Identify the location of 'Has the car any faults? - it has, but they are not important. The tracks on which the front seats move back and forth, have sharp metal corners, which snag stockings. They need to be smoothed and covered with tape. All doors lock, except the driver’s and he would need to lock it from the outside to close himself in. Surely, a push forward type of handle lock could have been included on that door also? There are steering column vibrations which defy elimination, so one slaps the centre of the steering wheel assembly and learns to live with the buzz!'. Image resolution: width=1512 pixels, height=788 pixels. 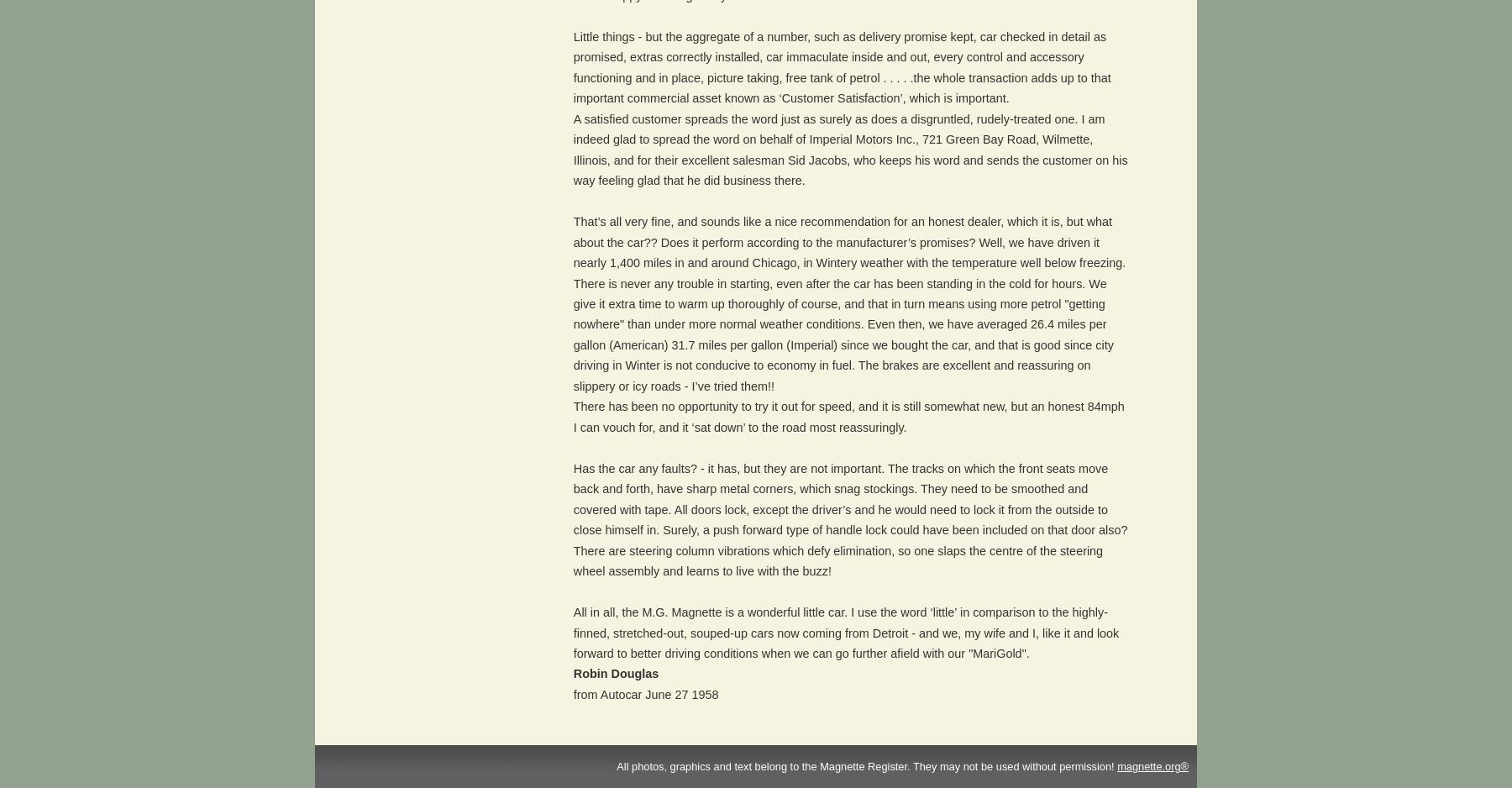
(848, 519).